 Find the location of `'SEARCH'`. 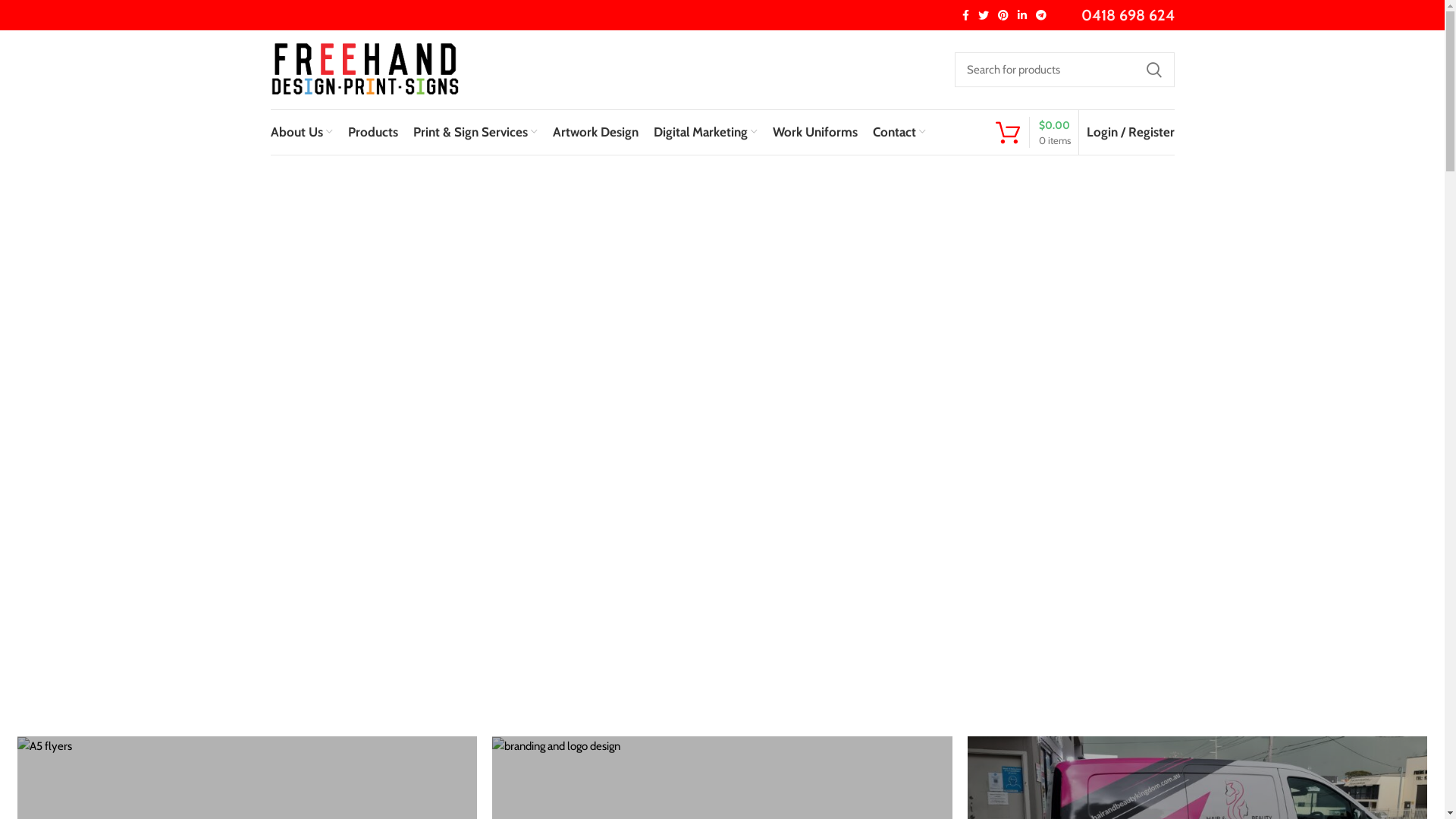

'SEARCH' is located at coordinates (1153, 70).